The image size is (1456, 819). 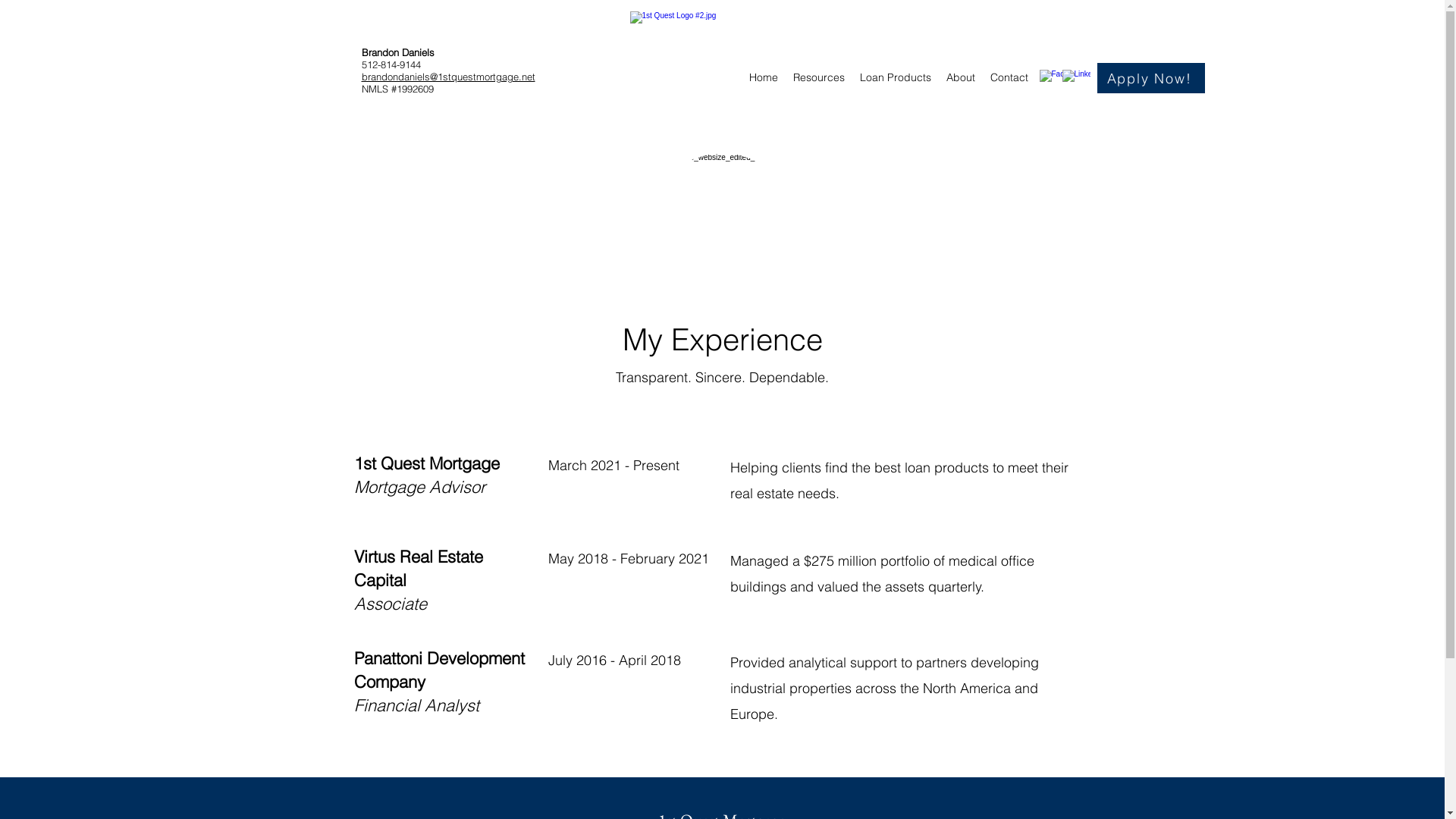 I want to click on 'brandondaniels@1stquestmortgage.net', so click(x=447, y=76).